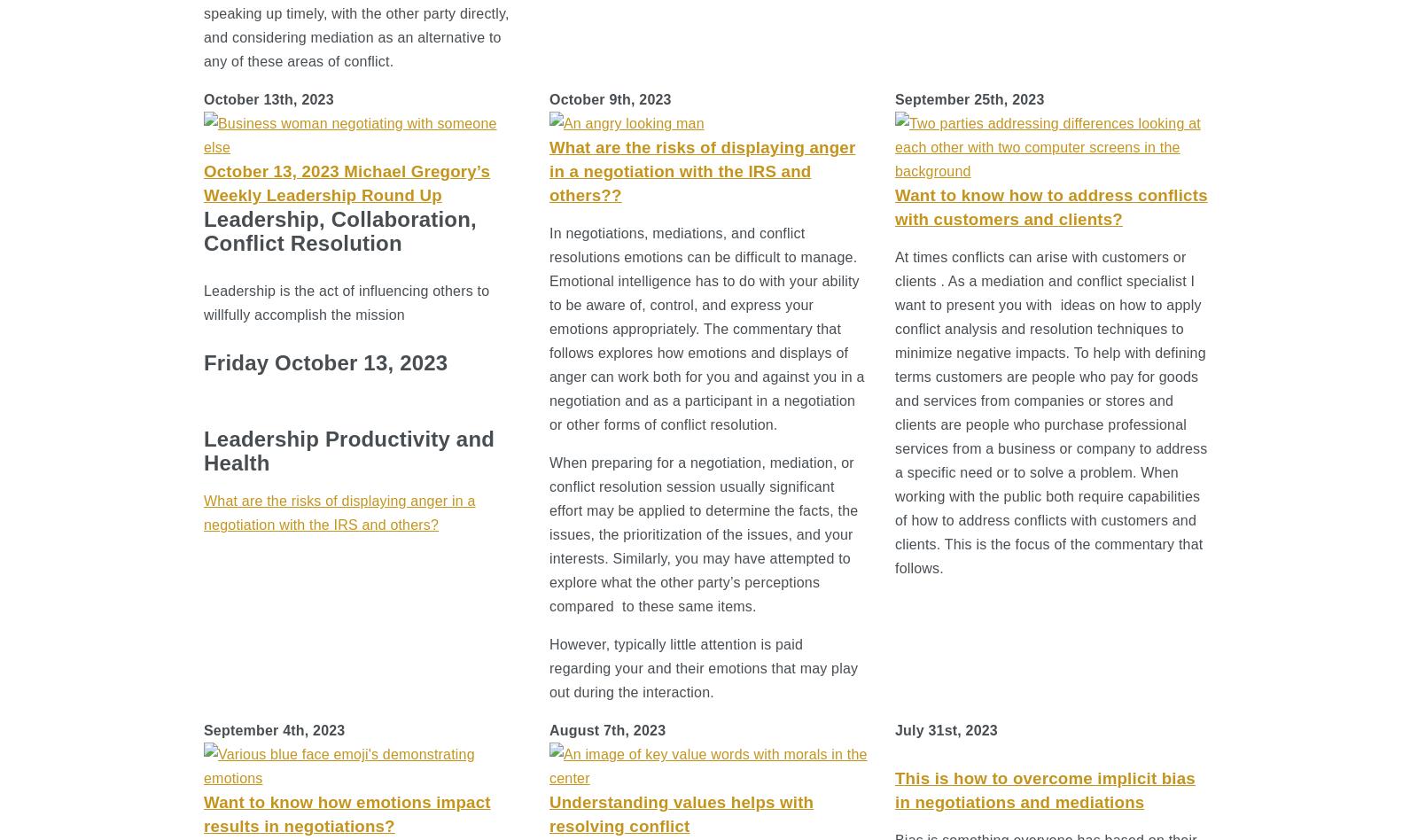 The image size is (1418, 840). I want to click on 'In negotiations, mediations, and conflict resolutions emotions can be difficult to manage. Emotional intelligence has to do with your ability to be aware of, control, and express your emotions appropriately. The commentary that follows explores how emotions and displays of anger can work both for you and against you in a negotiation and as a participant in a negotiation or other forms of conflict resolution.', so click(706, 328).